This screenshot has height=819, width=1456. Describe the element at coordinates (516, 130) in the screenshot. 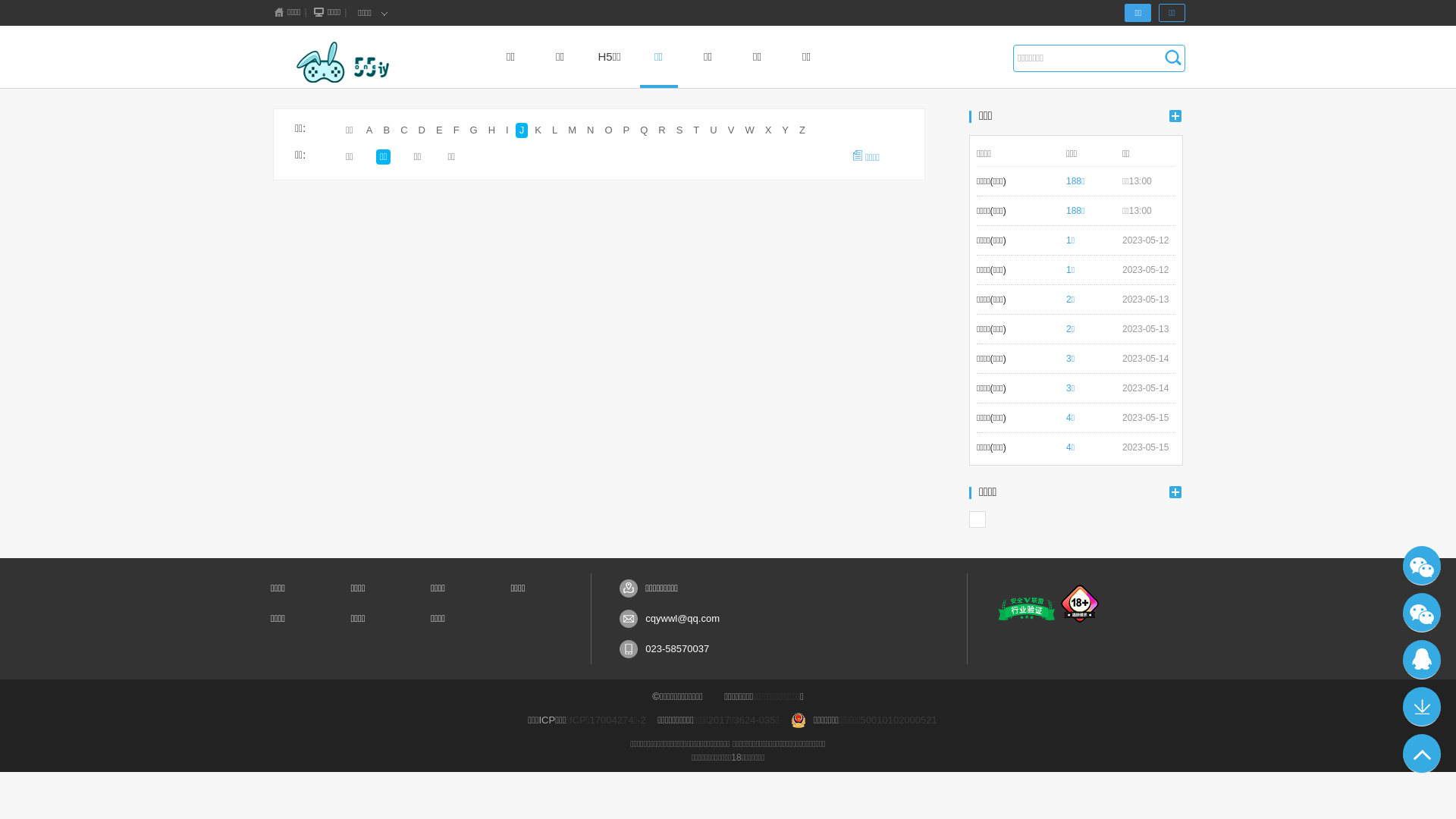

I see `'J'` at that location.